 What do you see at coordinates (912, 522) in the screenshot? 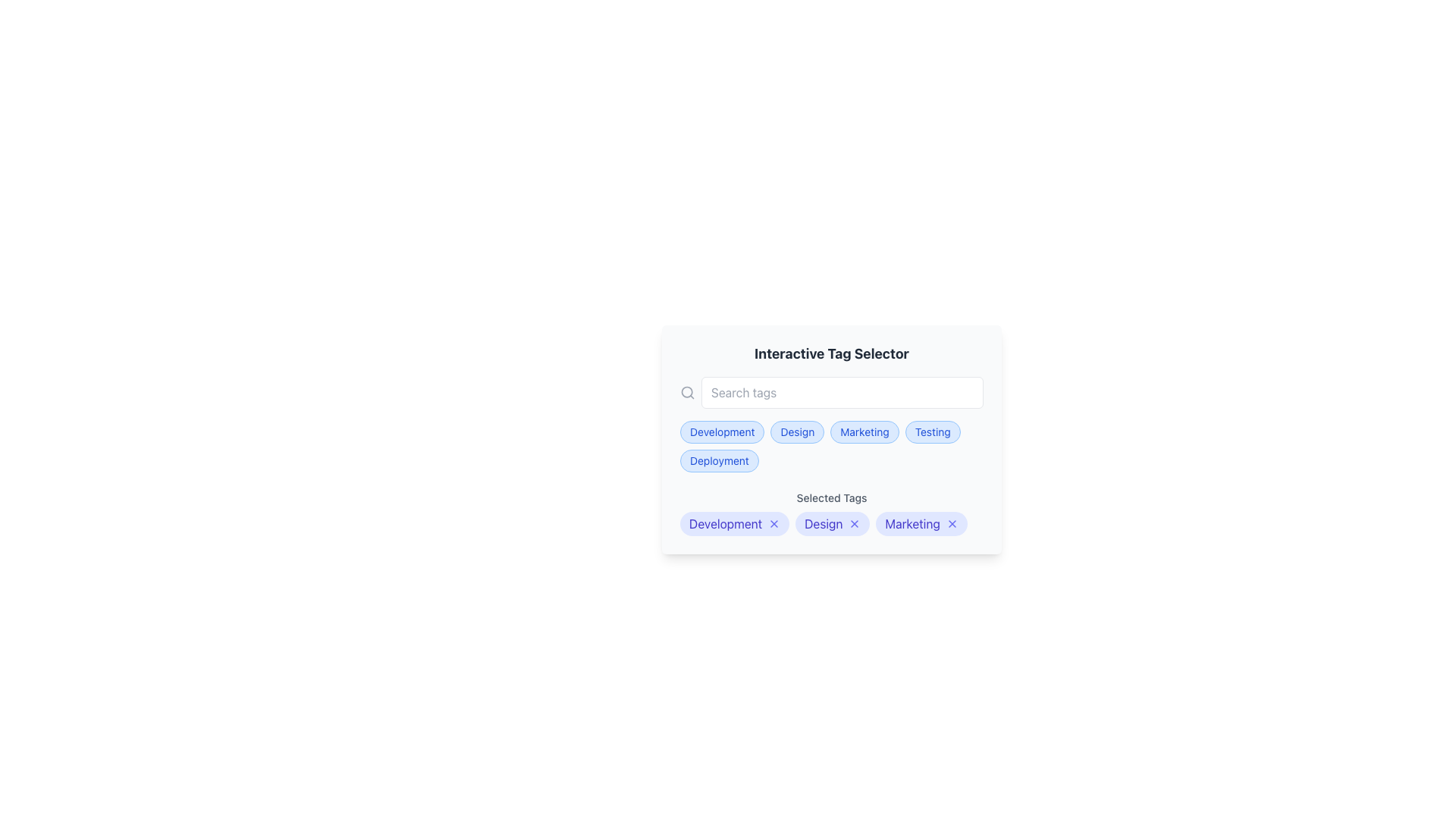
I see `the 'Marketing' tag displayed in the 'Selected Tags' section of the interface` at bounding box center [912, 522].